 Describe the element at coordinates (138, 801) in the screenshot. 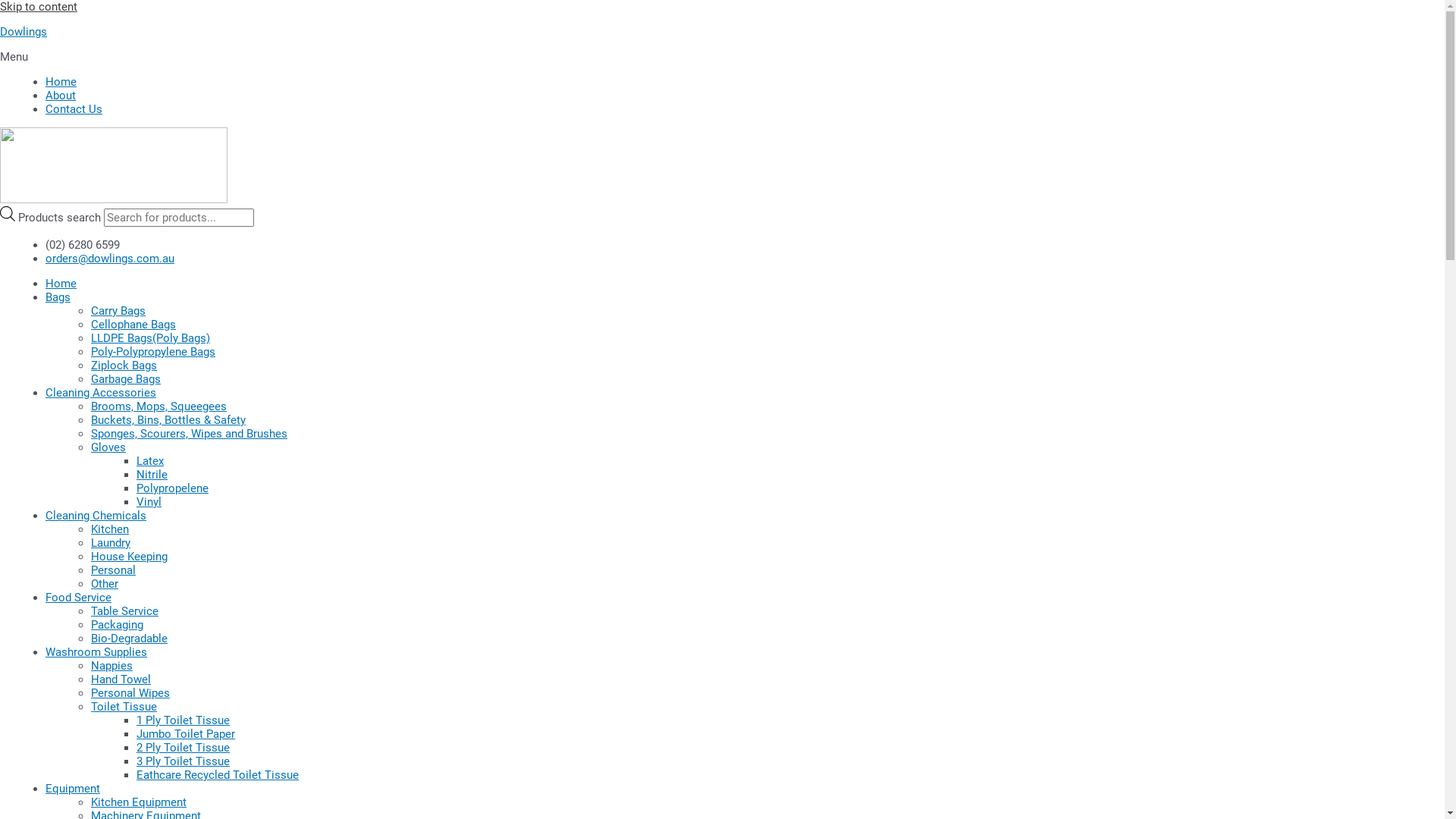

I see `'Kitchen Equipment'` at that location.